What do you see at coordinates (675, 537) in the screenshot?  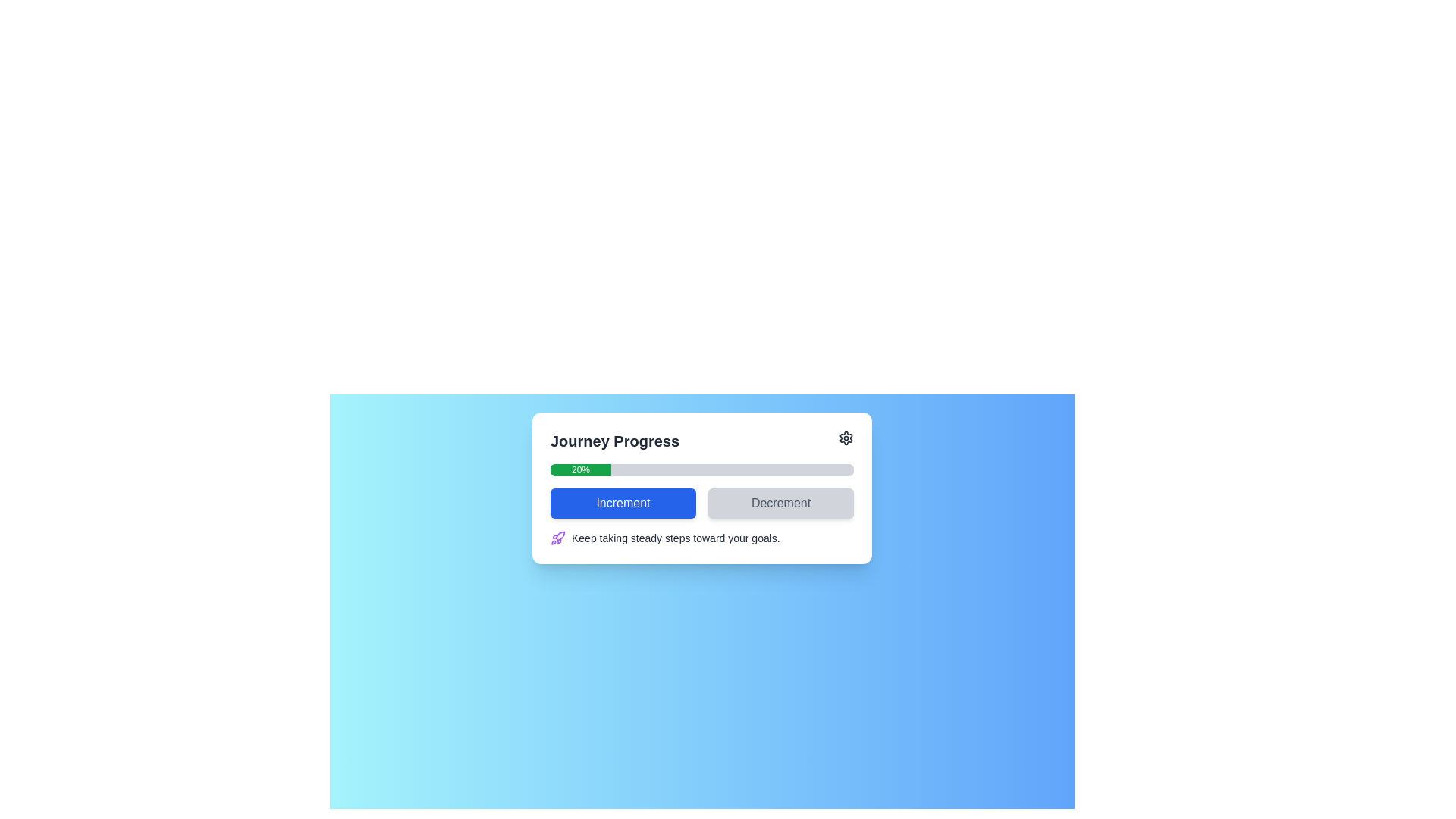 I see `motivational text displayed in the text label located at the bottom-center of the interface, within the 'Journey Progress' card component, positioned to the right of the purple rocket icon` at bounding box center [675, 537].